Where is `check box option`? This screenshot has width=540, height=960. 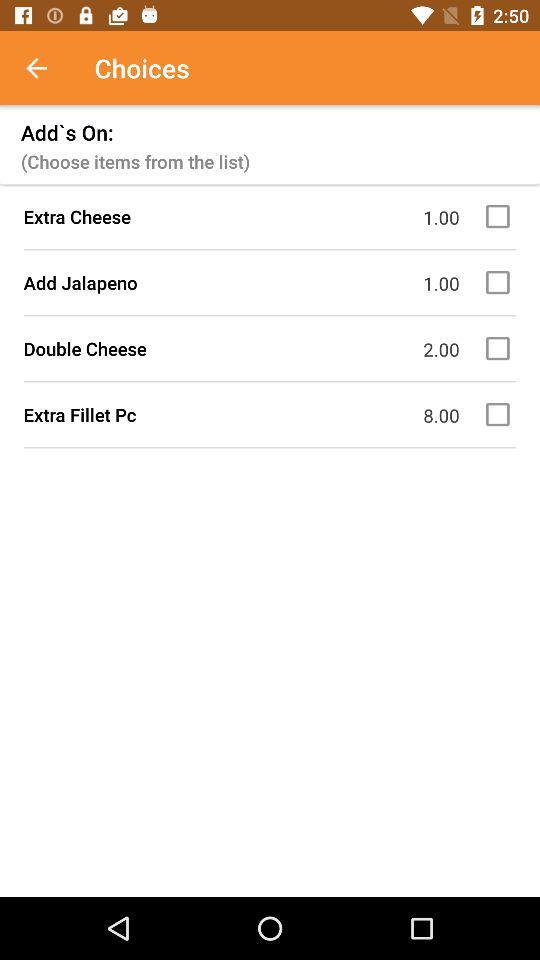 check box option is located at coordinates (500, 281).